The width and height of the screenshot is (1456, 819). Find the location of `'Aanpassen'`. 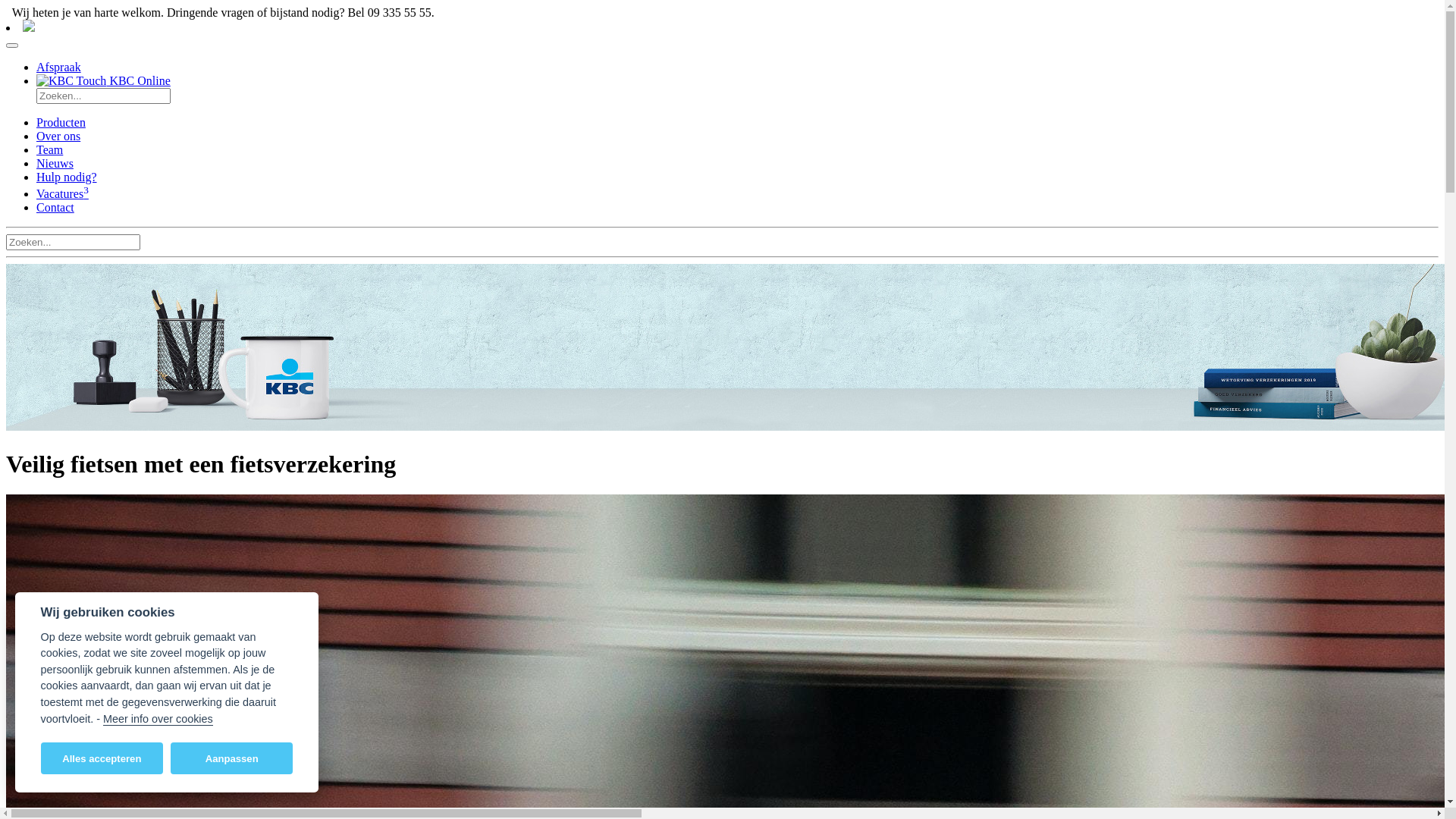

'Aanpassen' is located at coordinates (231, 758).